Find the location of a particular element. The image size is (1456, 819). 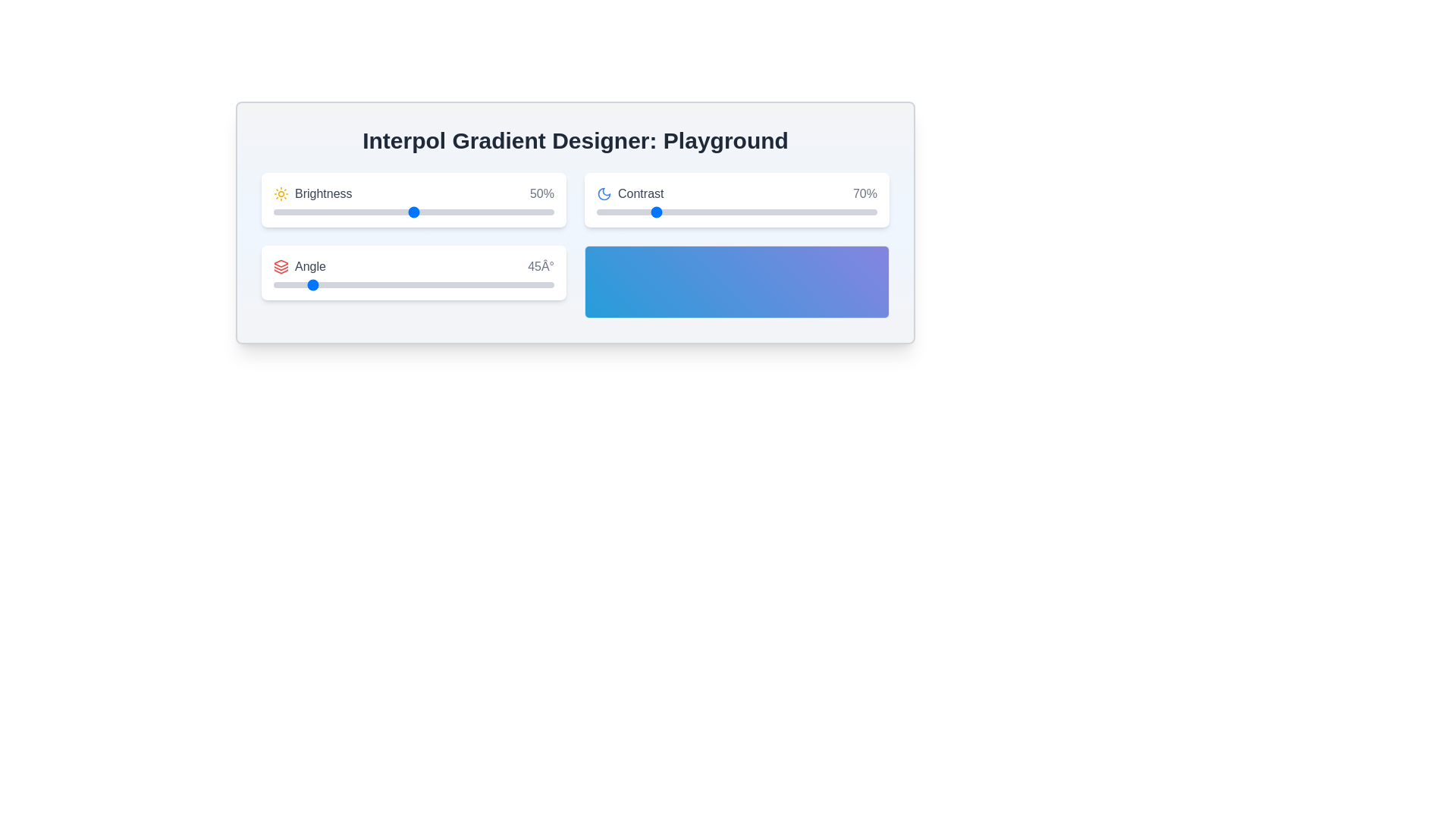

the angle slider is located at coordinates (447, 284).